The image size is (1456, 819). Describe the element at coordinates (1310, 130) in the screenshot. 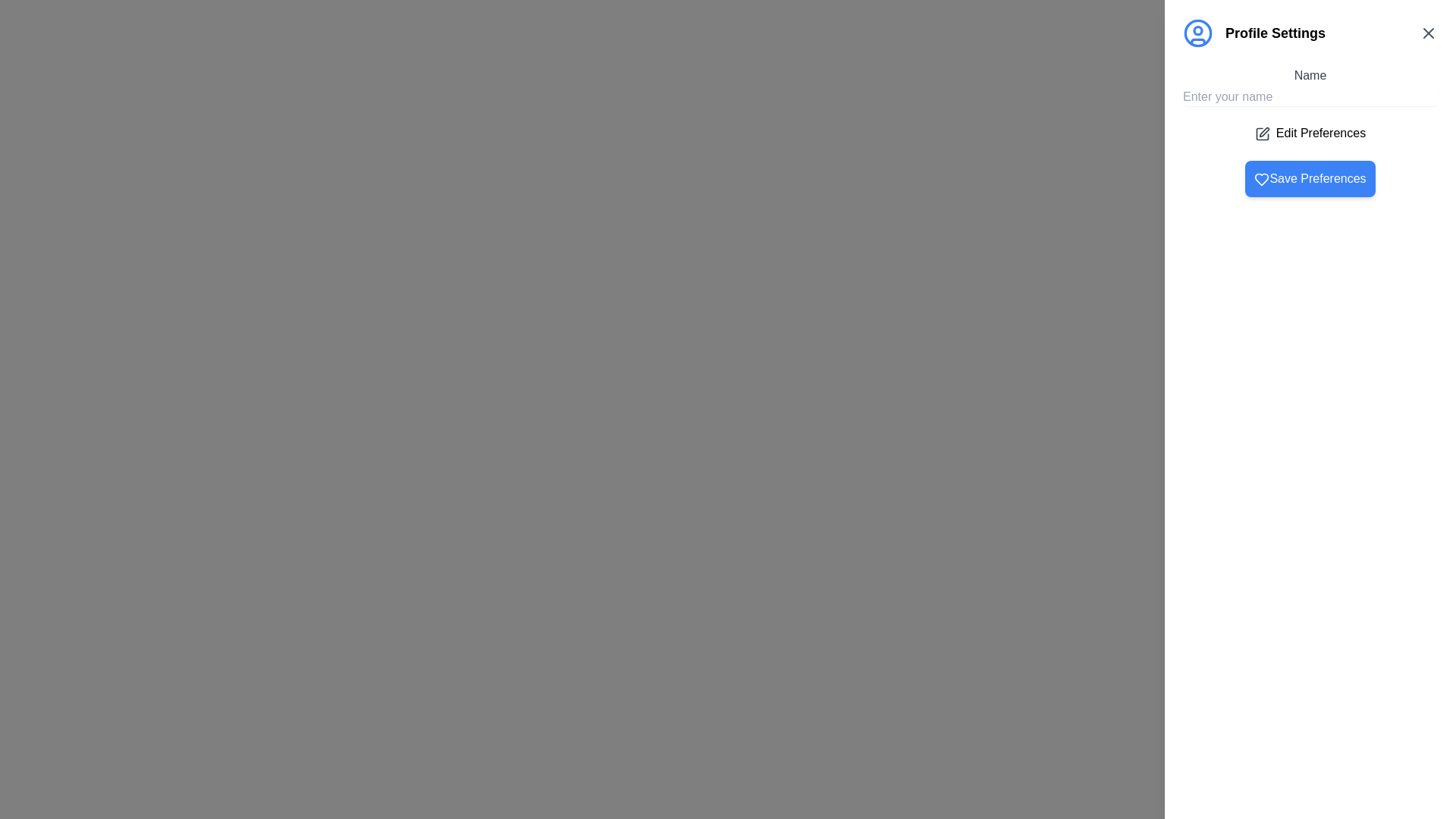

I see `the 'Edit Preferences' button located in the 'Profile Settings' sidebar panel to modify user preferences` at that location.